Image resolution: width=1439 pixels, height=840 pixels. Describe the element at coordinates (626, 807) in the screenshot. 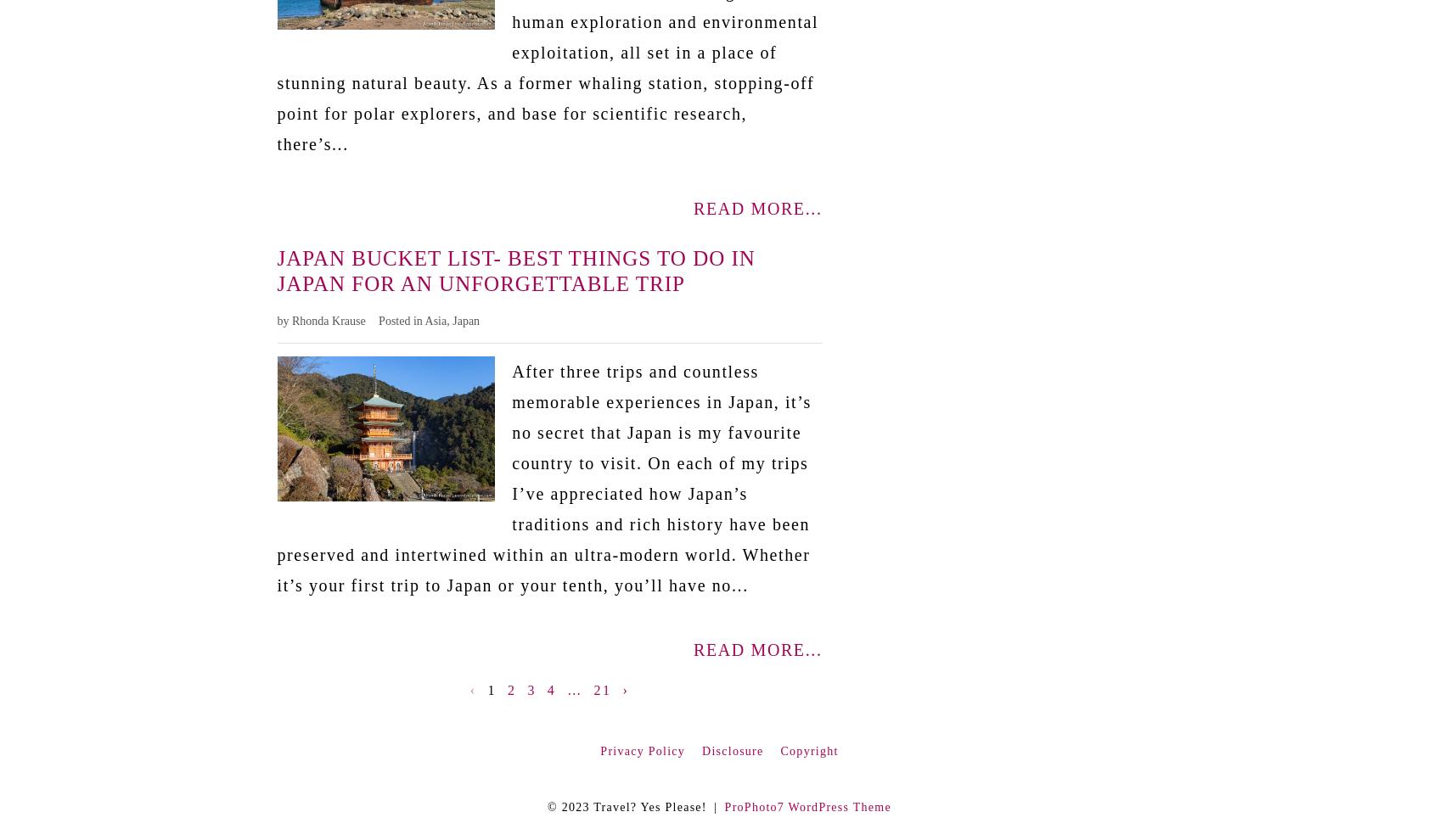

I see `'© 2023 Travel? Yes Please!'` at that location.